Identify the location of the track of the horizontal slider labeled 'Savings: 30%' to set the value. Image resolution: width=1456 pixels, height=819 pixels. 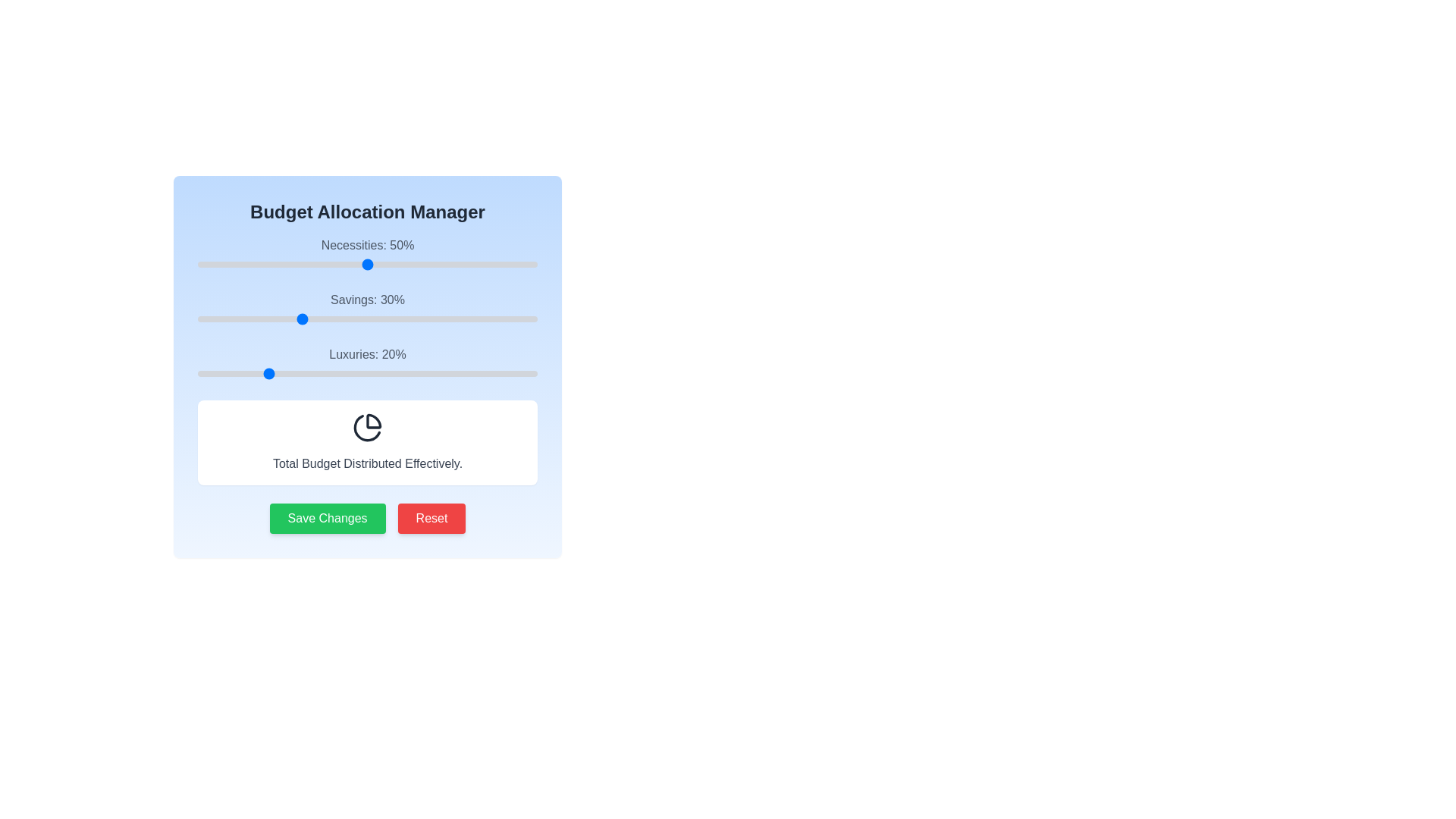
(367, 318).